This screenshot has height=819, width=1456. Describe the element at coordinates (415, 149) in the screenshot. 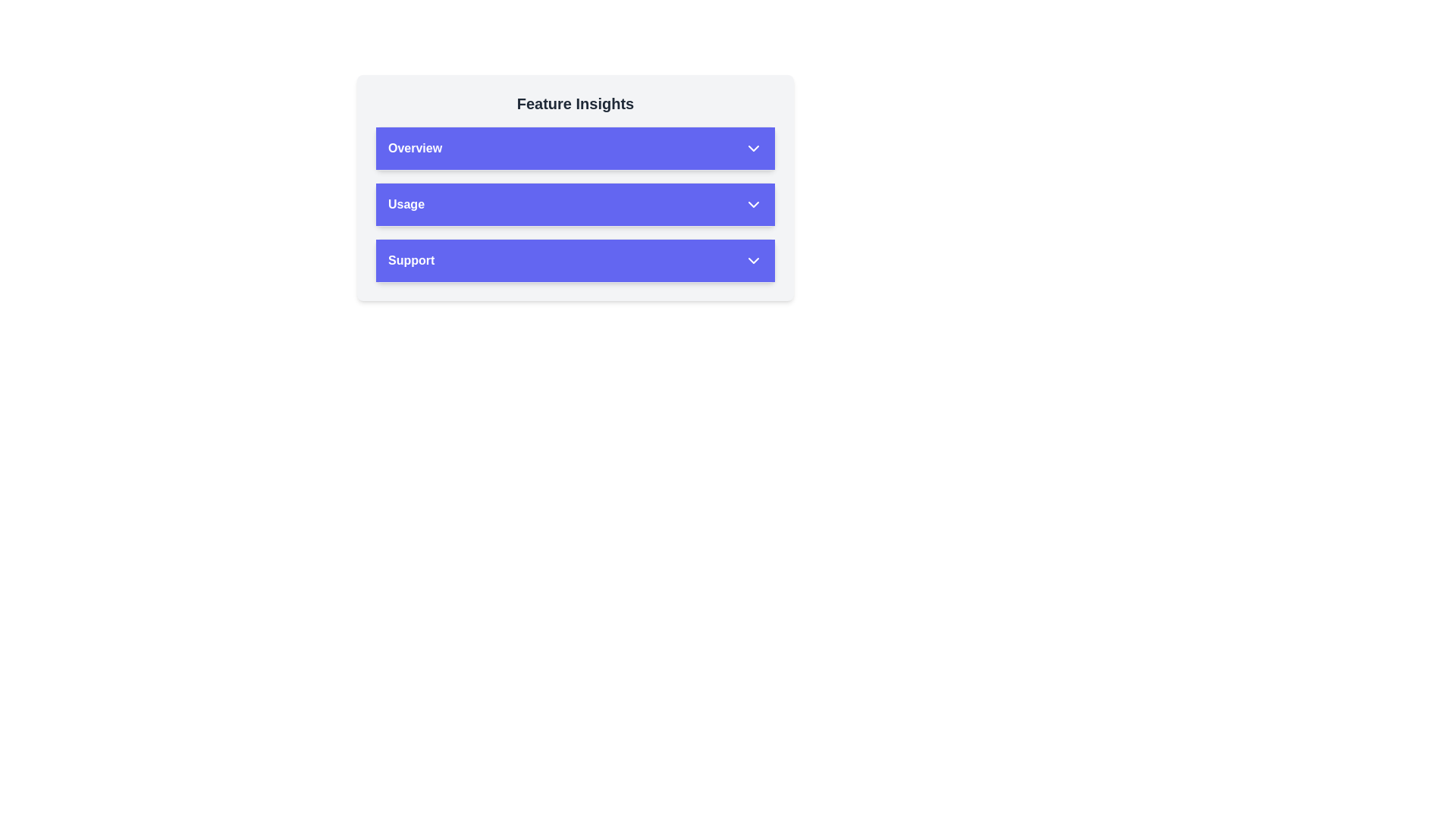

I see `the 'Overview' header text label located in the top blue bar of the menu` at that location.